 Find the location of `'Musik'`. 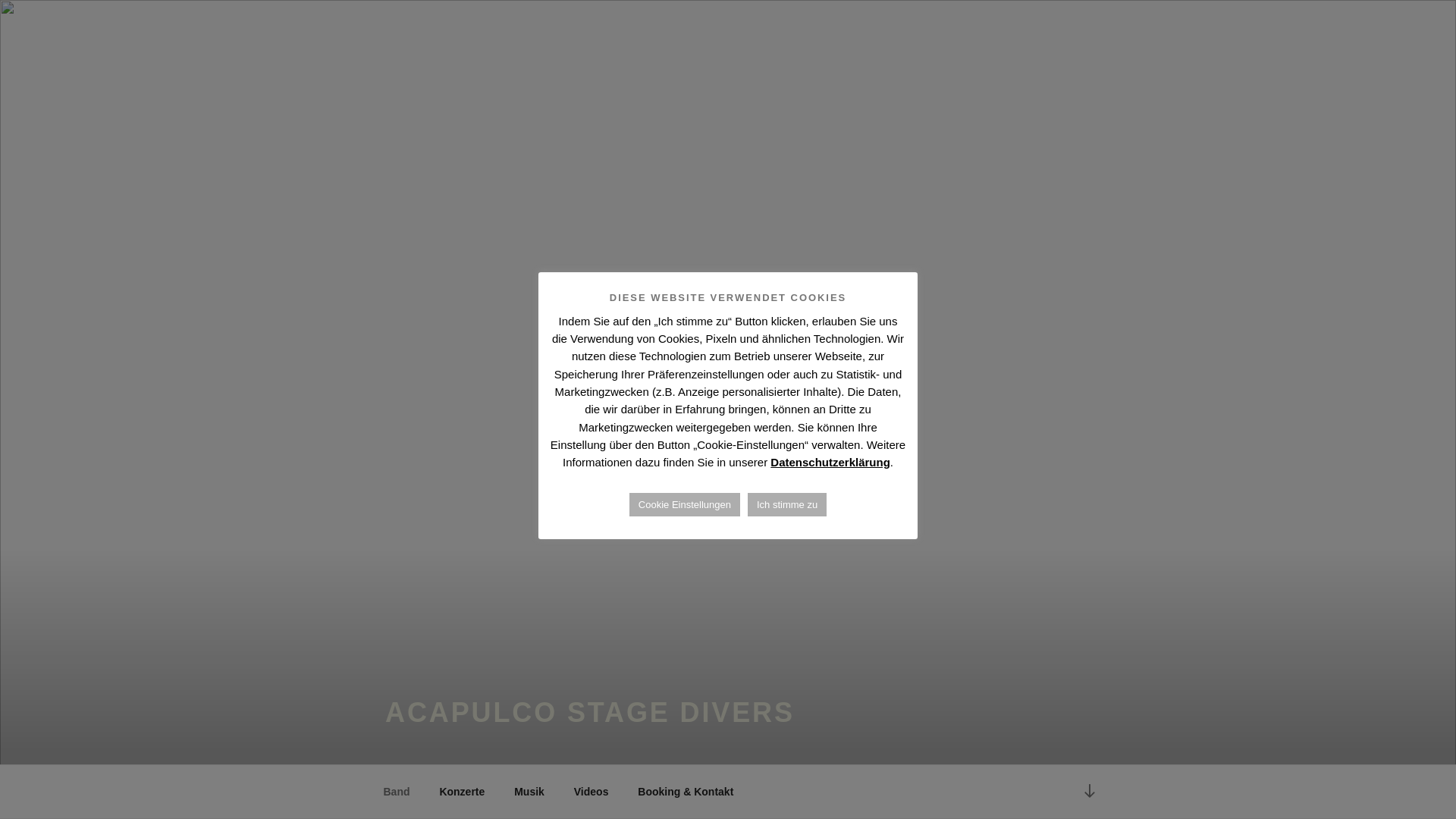

'Musik' is located at coordinates (501, 791).